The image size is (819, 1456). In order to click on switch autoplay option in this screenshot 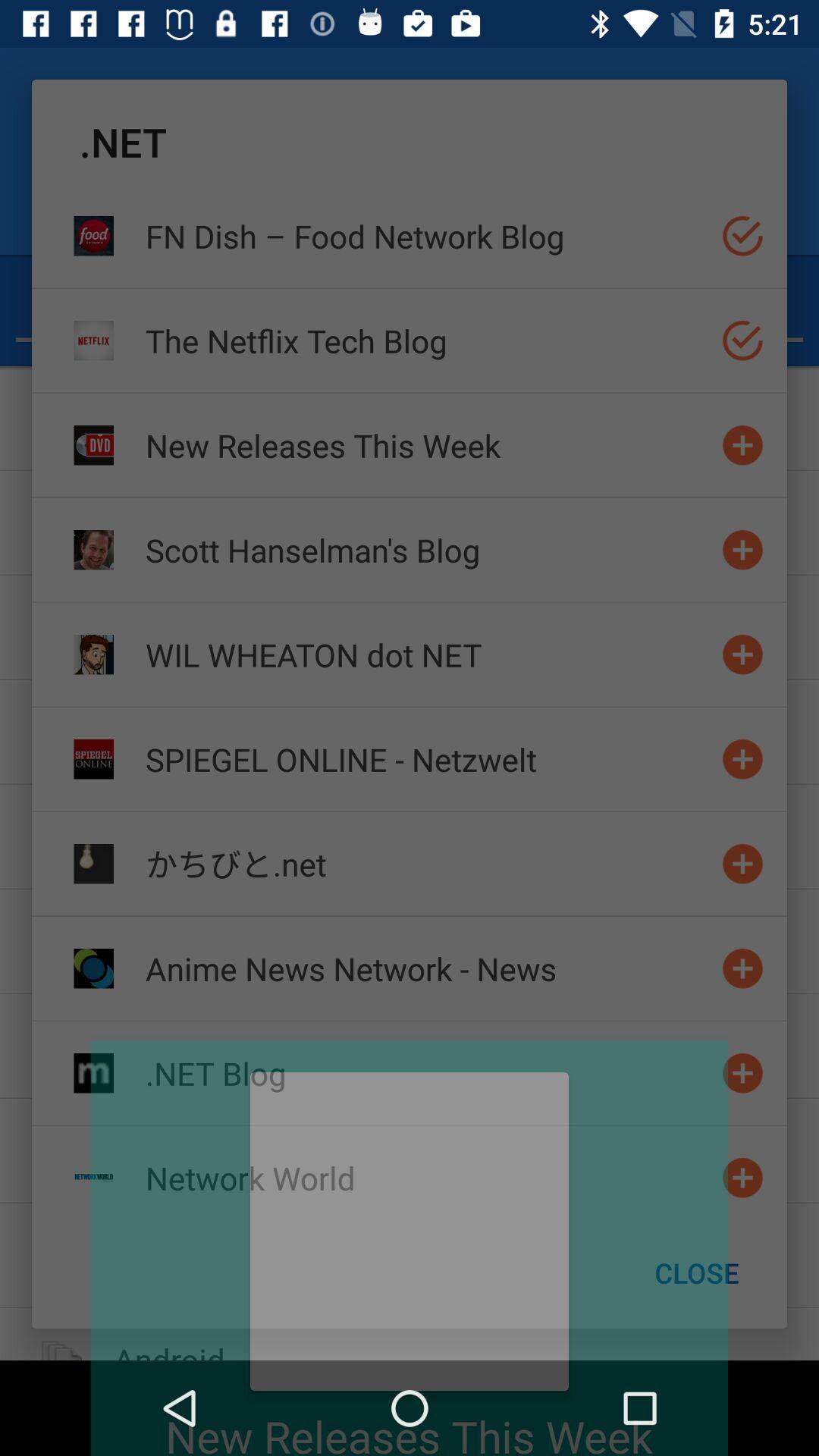, I will do `click(742, 968)`.